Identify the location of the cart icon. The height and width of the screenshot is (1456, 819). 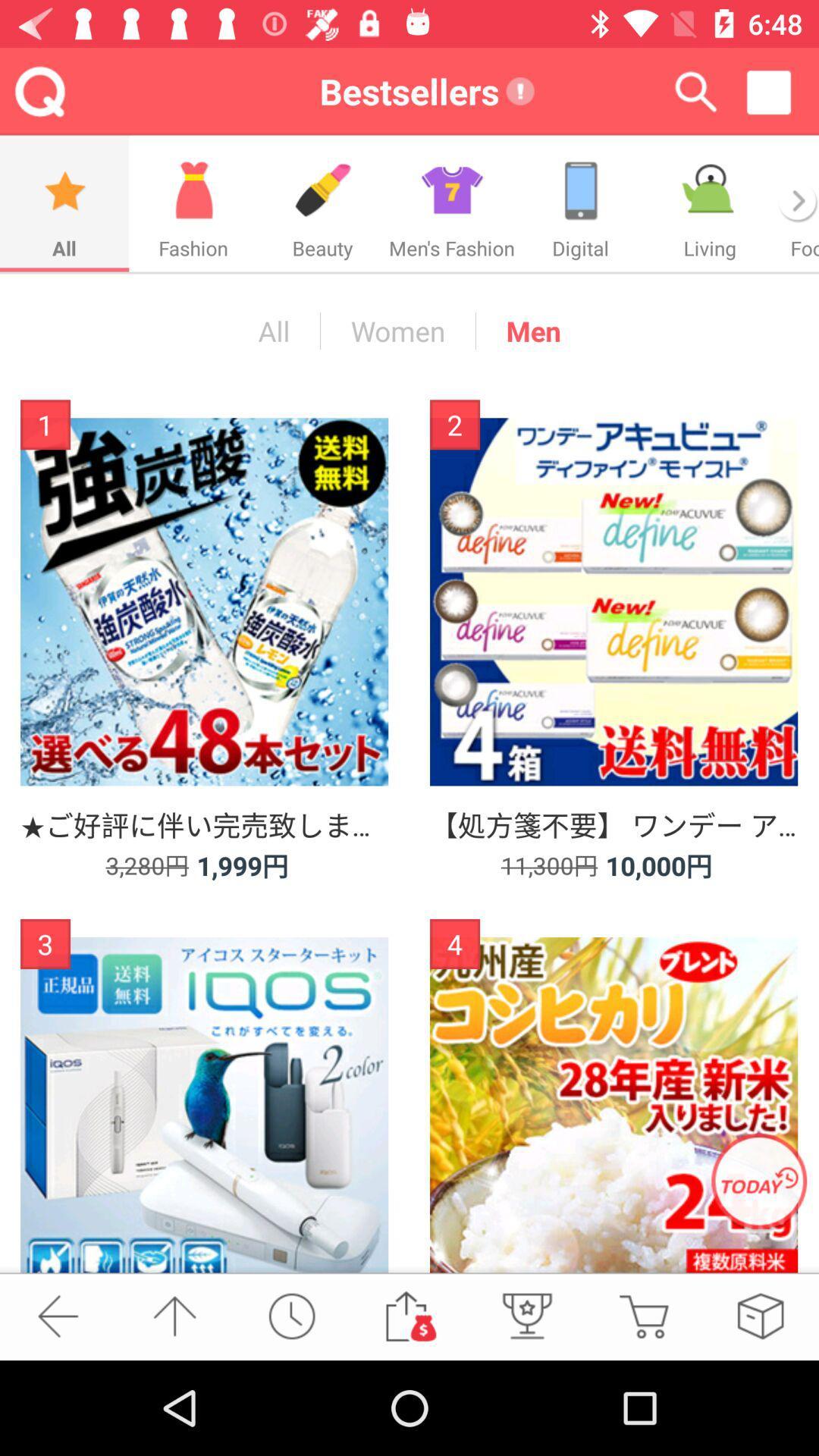
(643, 1315).